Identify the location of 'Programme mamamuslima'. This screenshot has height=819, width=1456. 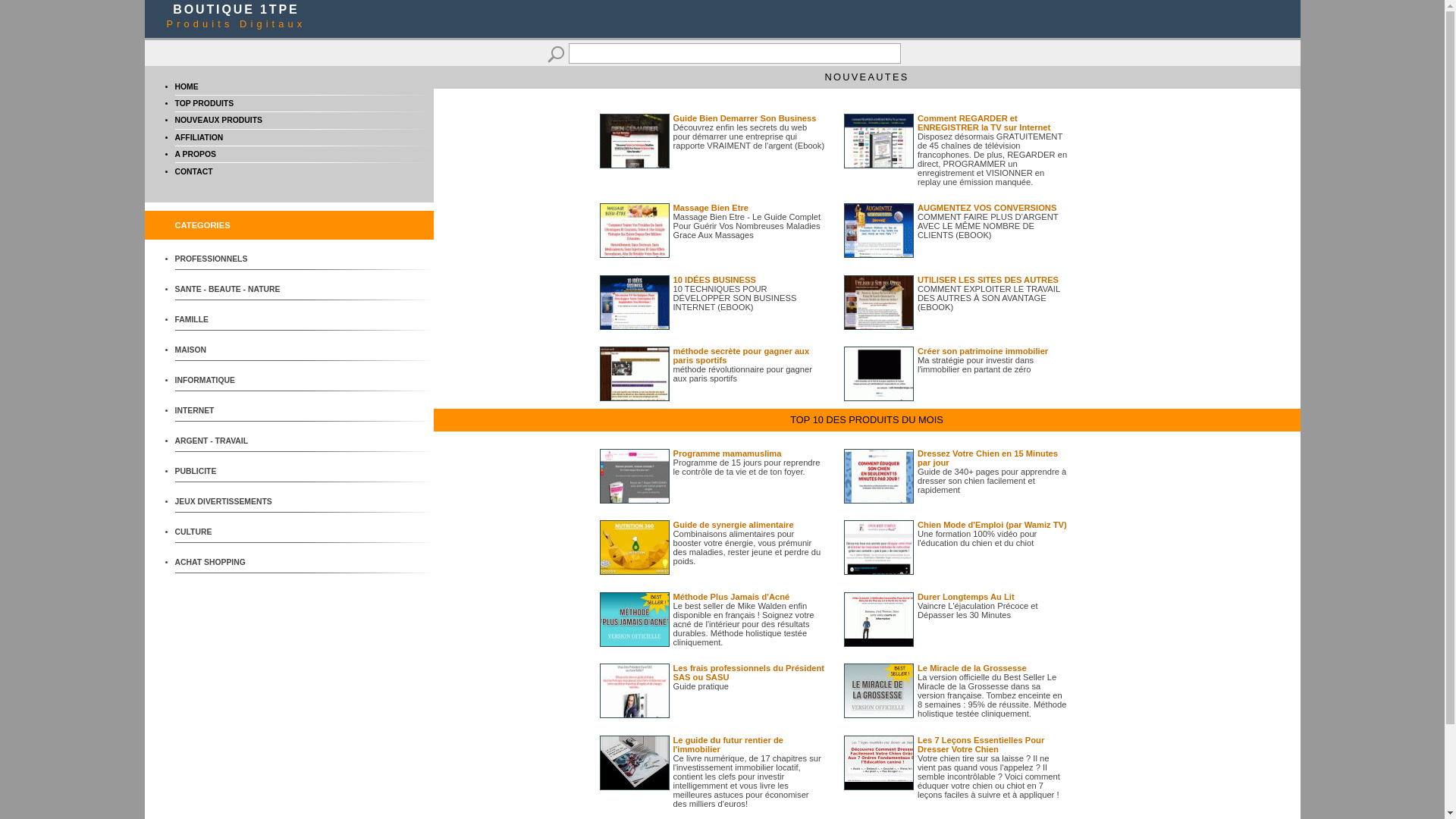
(726, 452).